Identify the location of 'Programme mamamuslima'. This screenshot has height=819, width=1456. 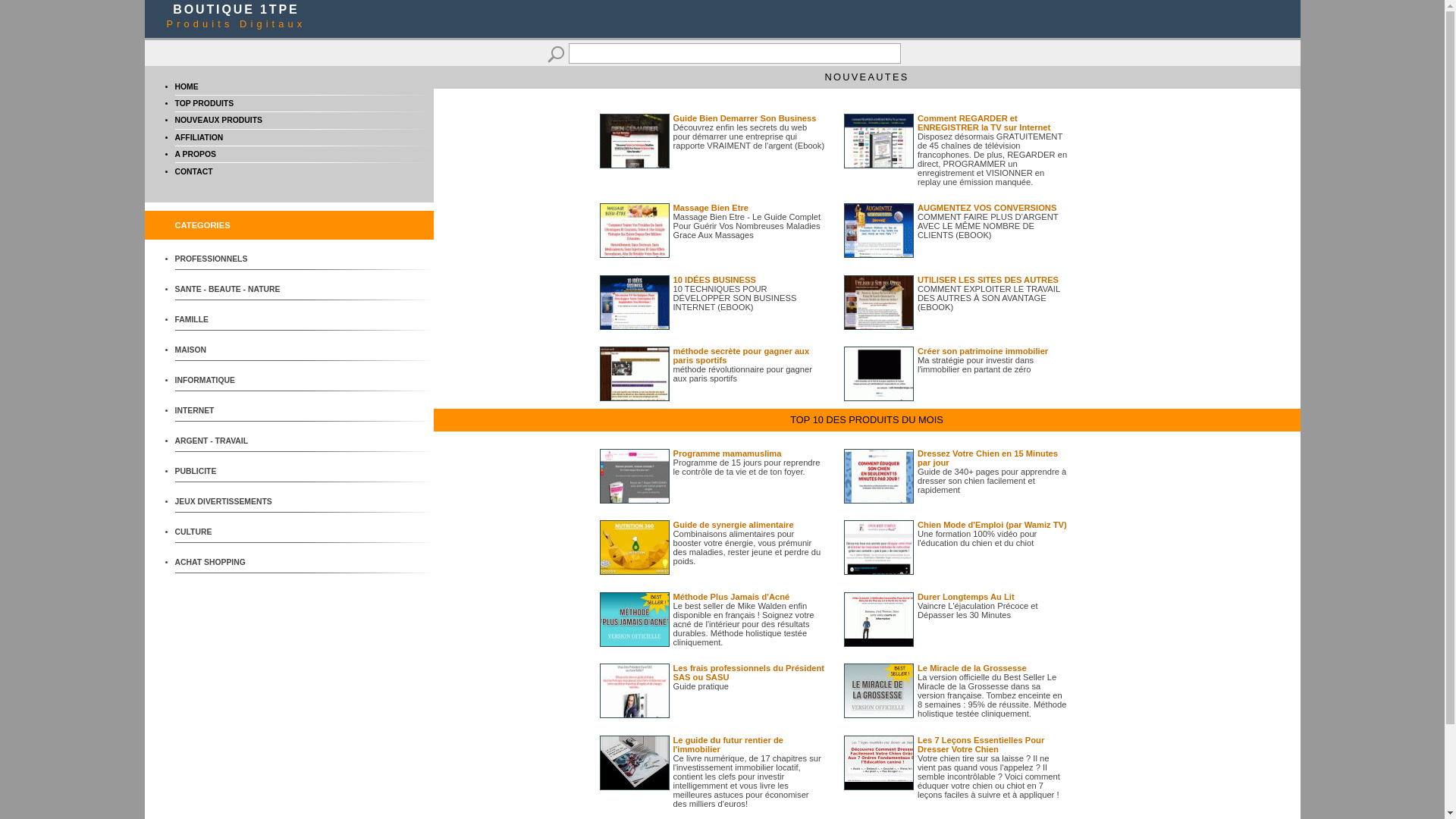
(726, 452).